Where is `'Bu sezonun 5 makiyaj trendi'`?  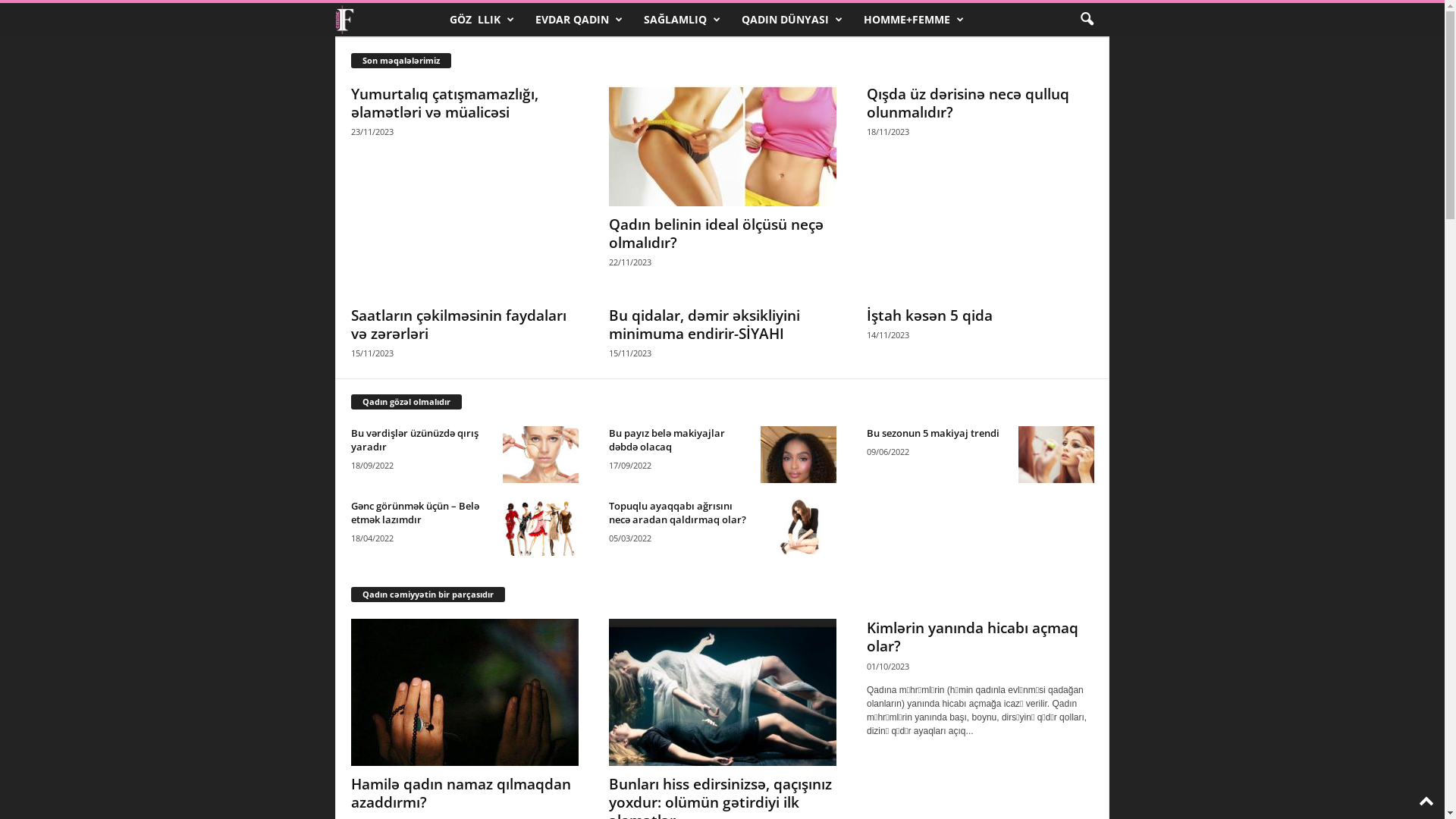 'Bu sezonun 5 makiyaj trendi' is located at coordinates (932, 432).